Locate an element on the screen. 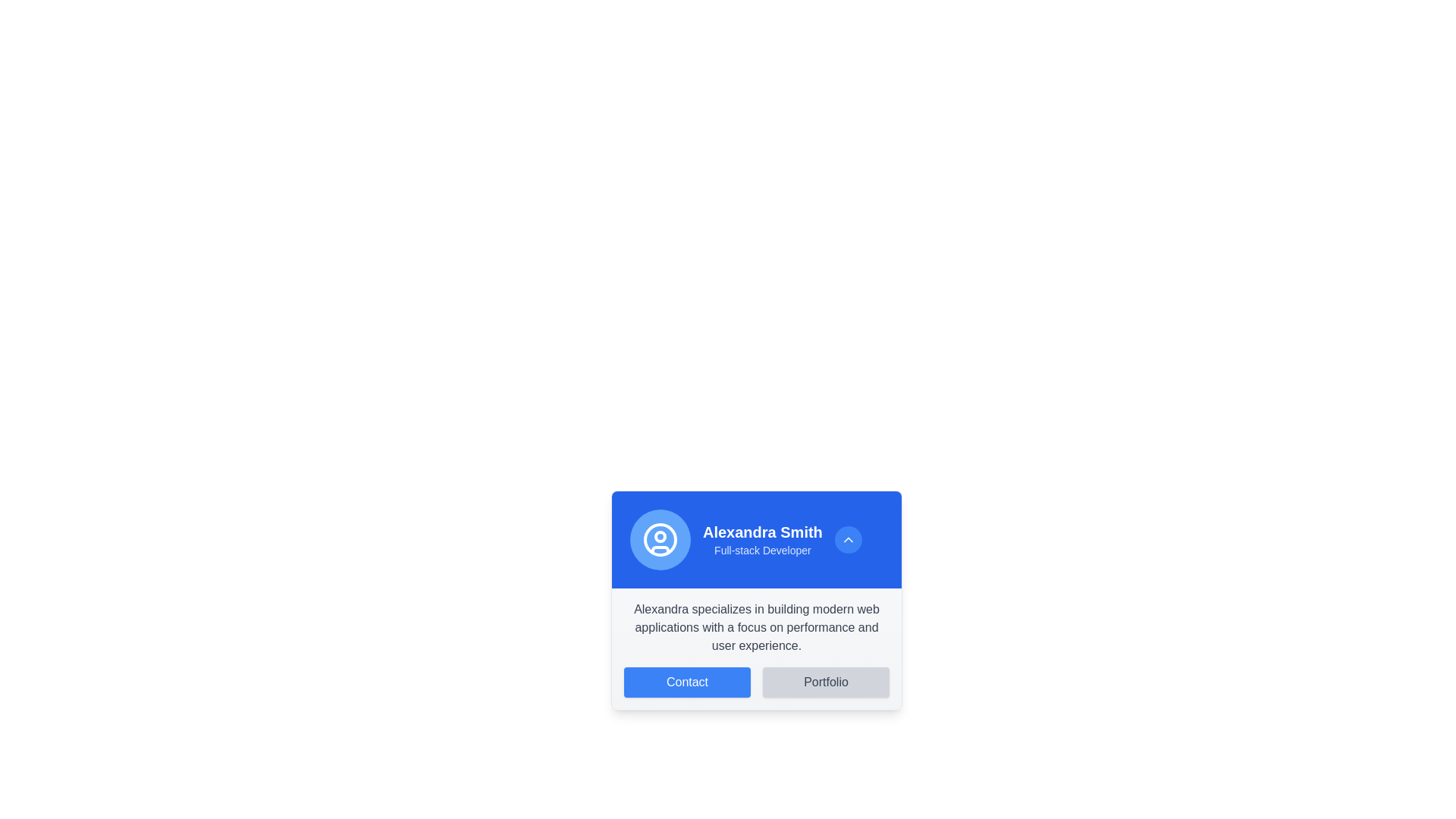 Image resolution: width=1456 pixels, height=819 pixels. the name in the blue card header is located at coordinates (757, 539).